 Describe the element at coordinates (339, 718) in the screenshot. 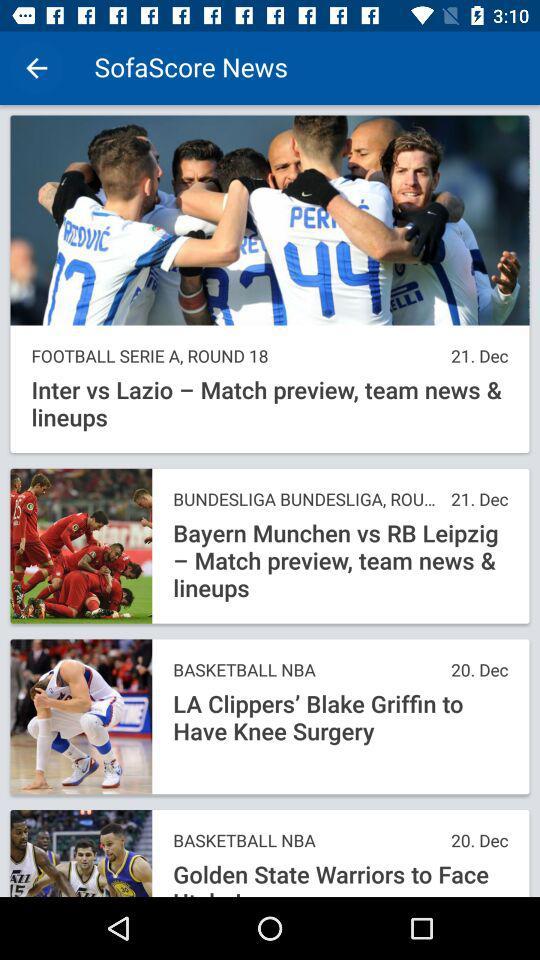

I see `the la clippers blake` at that location.